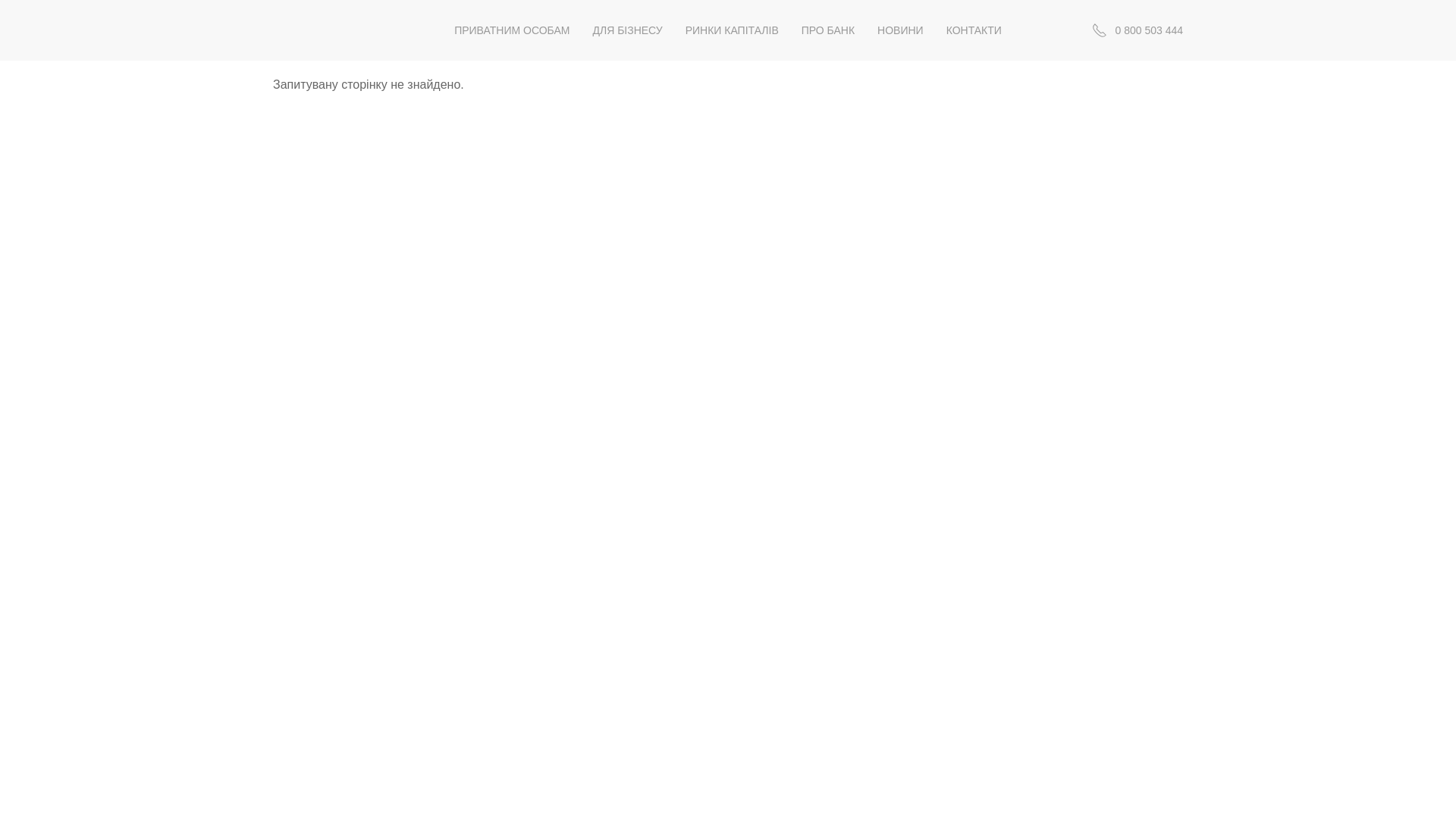 This screenshot has height=819, width=1456. What do you see at coordinates (1136, 30) in the screenshot?
I see `'  0 800 503 444'` at bounding box center [1136, 30].